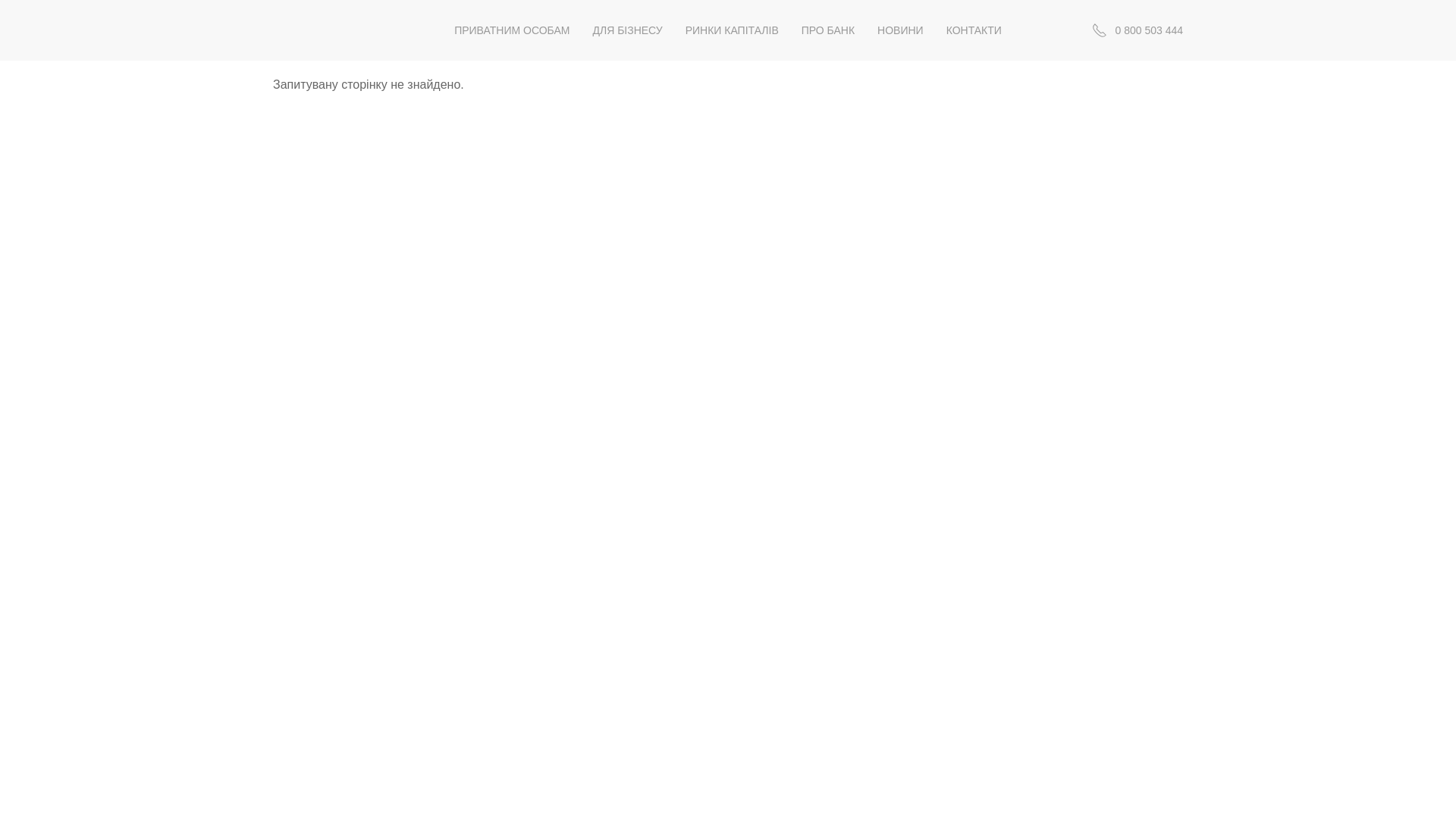 This screenshot has height=819, width=1456. What do you see at coordinates (1136, 30) in the screenshot?
I see `'  0 800 503 444'` at bounding box center [1136, 30].